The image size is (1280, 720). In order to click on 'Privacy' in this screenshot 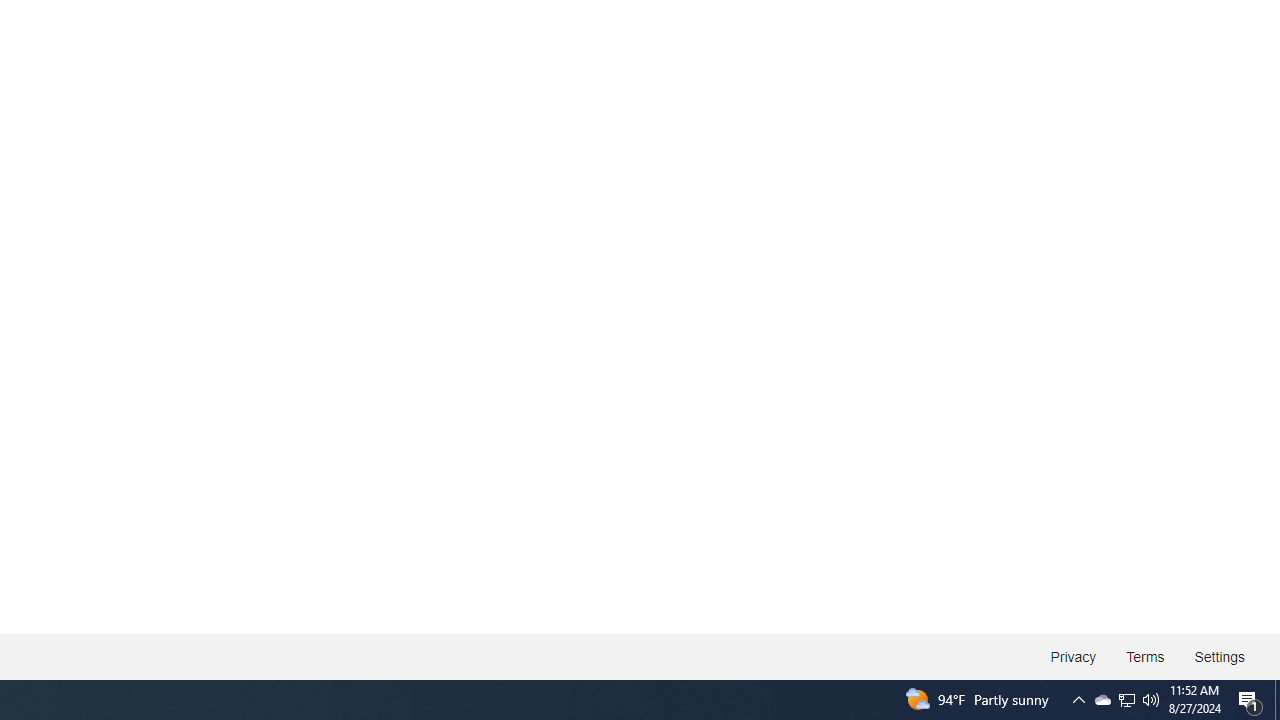, I will do `click(1072, 657)`.